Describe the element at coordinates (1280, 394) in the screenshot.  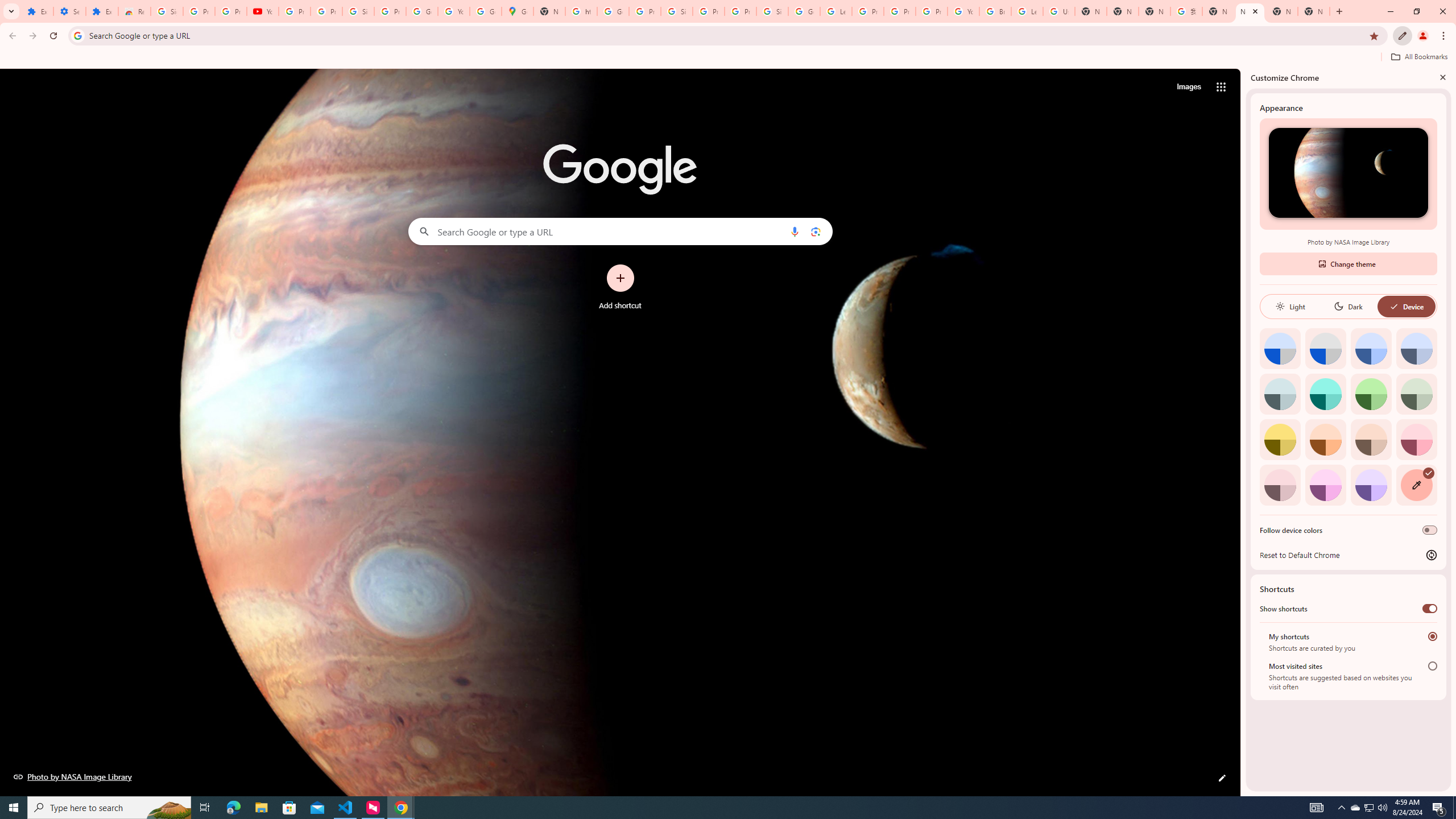
I see `'Grey'` at that location.